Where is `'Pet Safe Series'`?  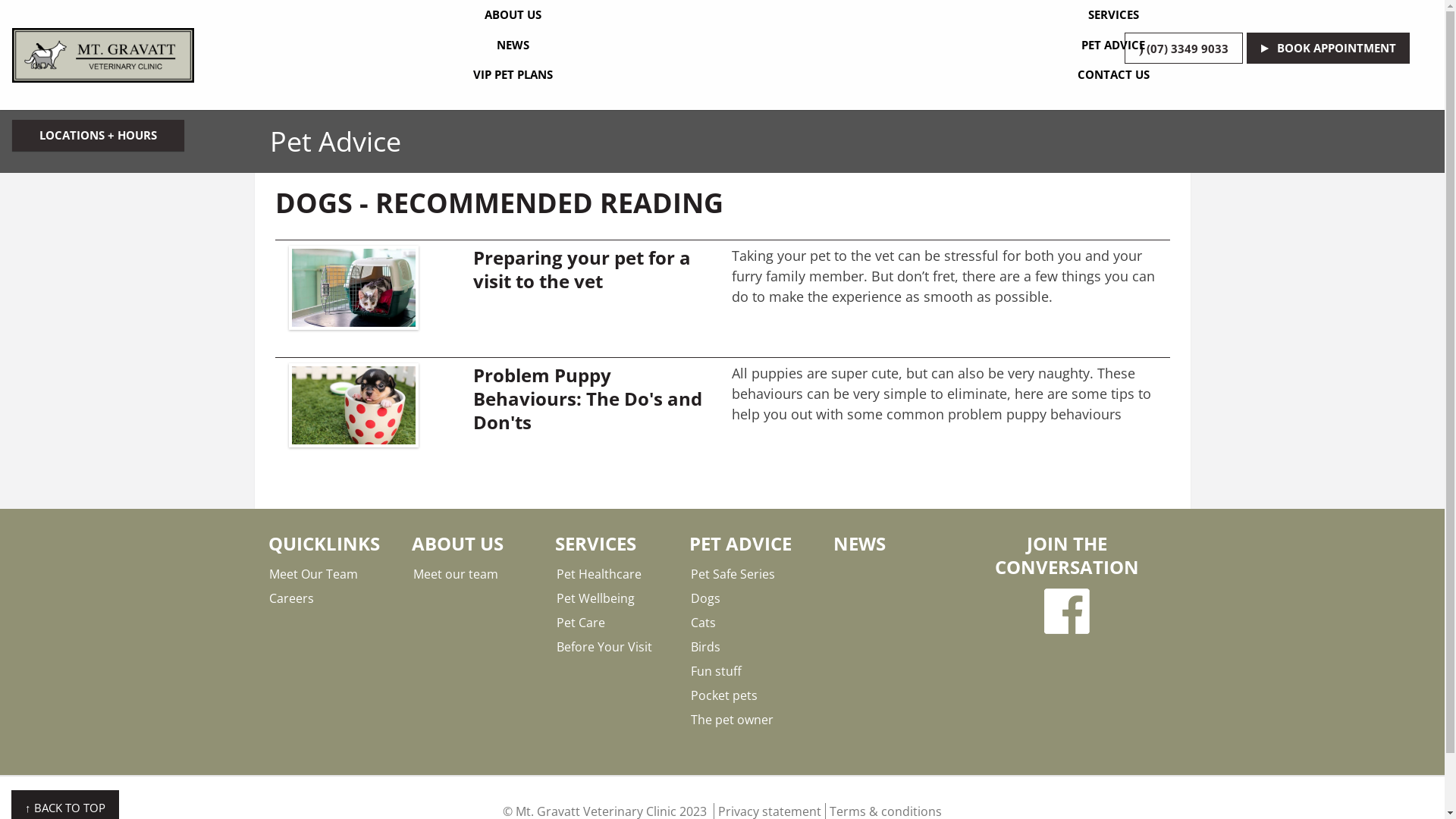
'Pet Safe Series' is located at coordinates (690, 573).